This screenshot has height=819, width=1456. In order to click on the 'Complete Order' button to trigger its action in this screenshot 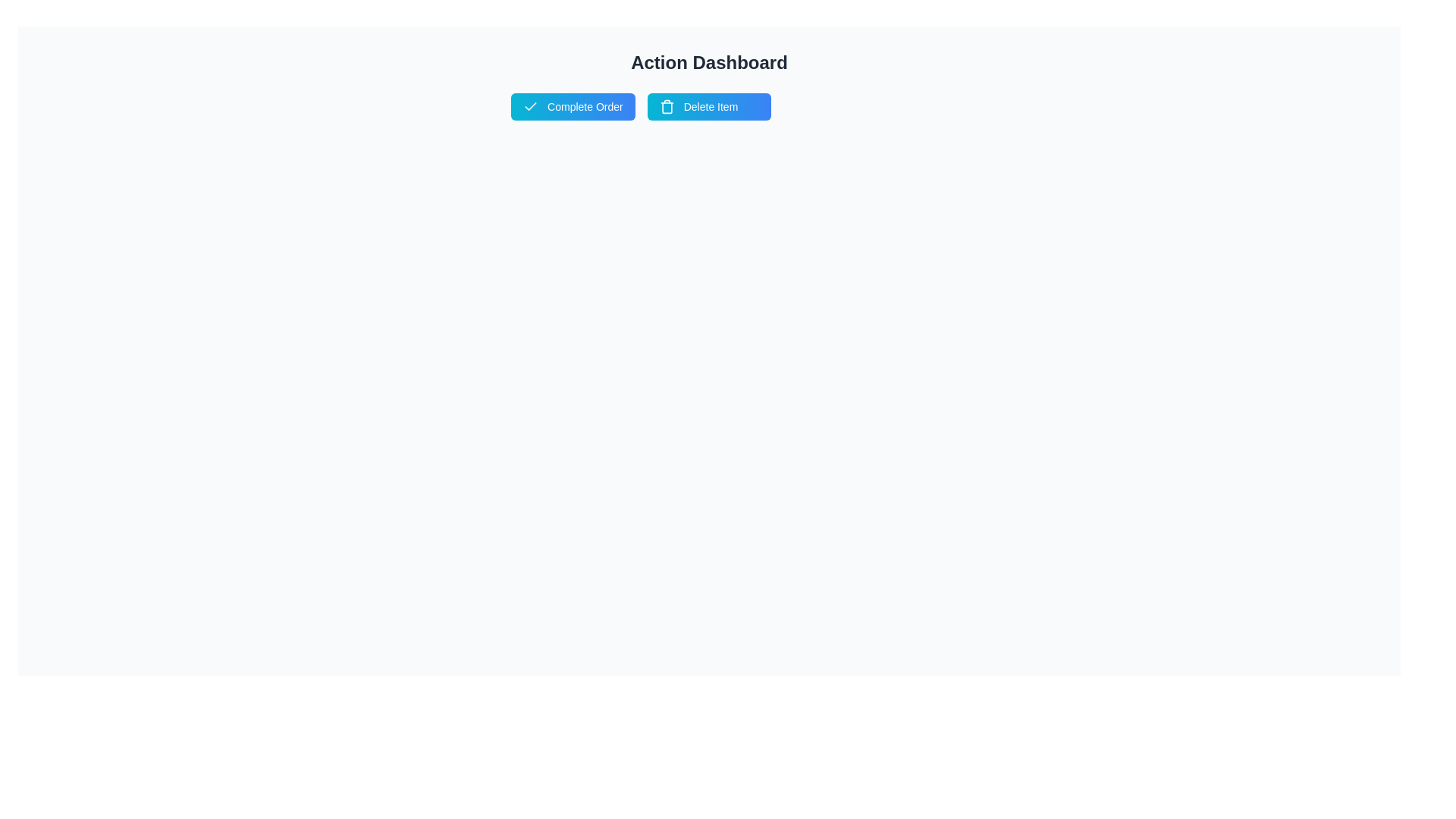, I will do `click(572, 106)`.